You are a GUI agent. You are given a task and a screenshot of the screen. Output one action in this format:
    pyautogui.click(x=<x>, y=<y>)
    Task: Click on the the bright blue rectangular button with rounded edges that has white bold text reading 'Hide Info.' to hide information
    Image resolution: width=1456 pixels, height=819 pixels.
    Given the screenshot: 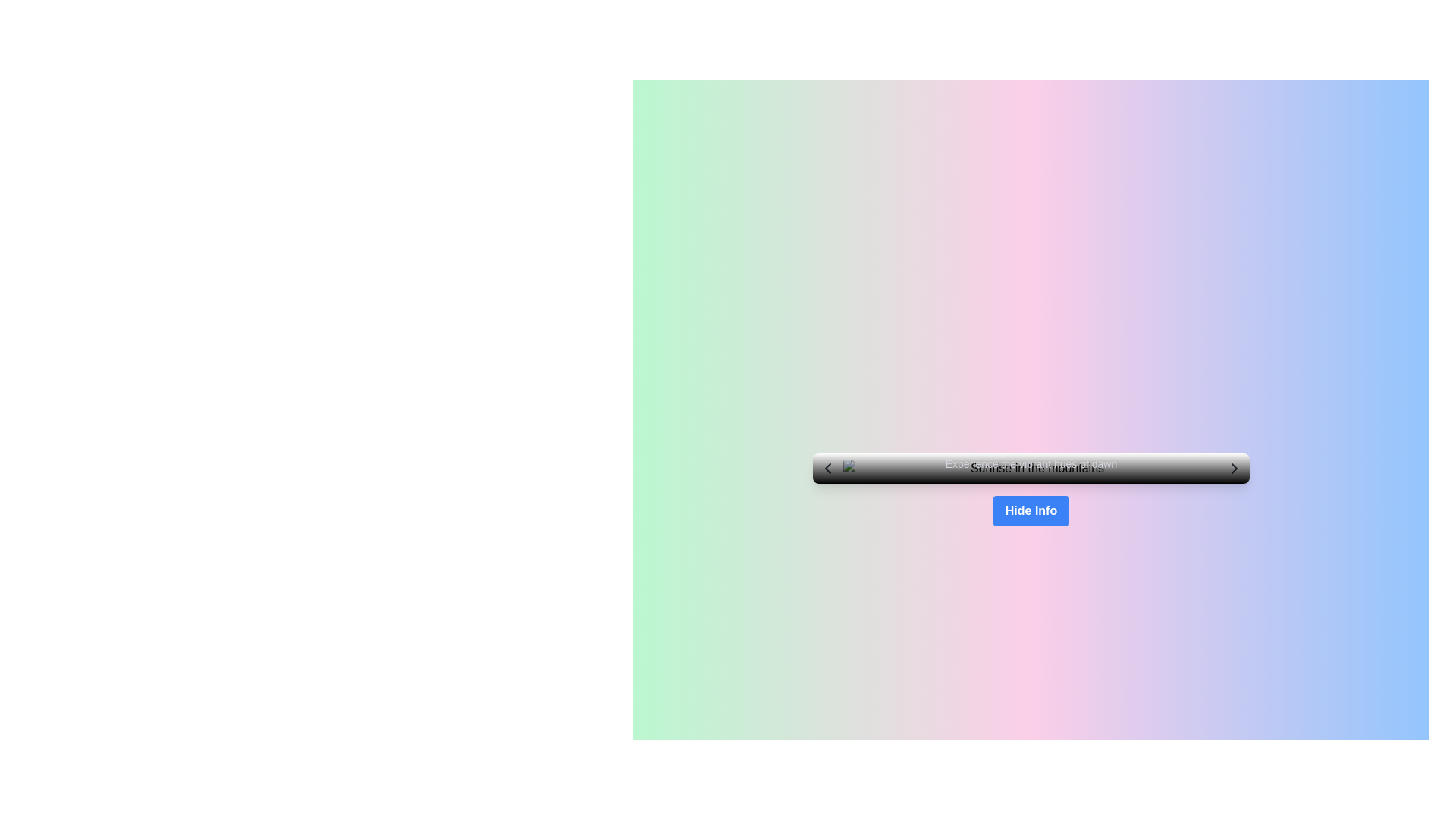 What is the action you would take?
    pyautogui.click(x=1031, y=511)
    